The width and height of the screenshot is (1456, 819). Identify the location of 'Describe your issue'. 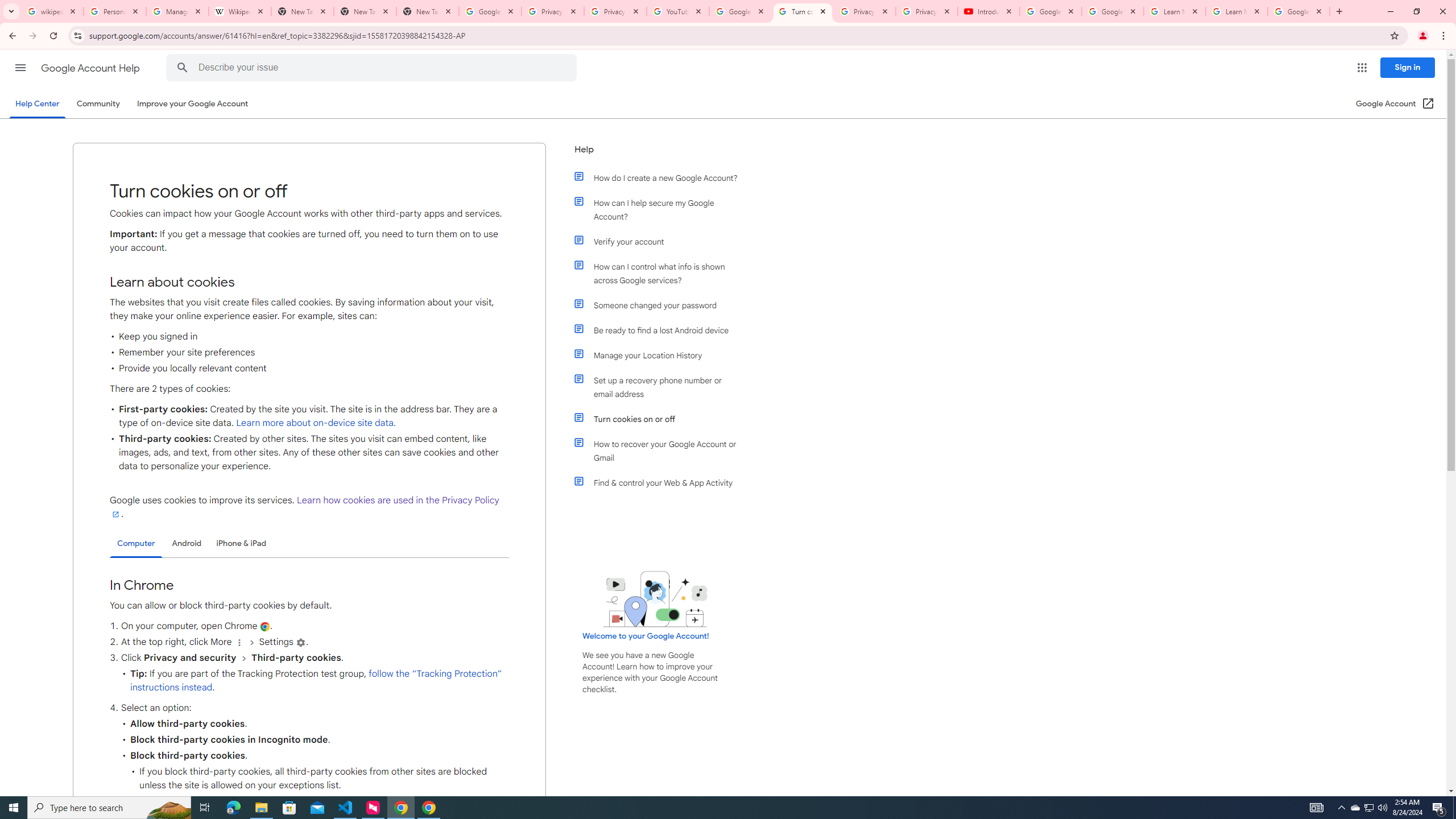
(373, 67).